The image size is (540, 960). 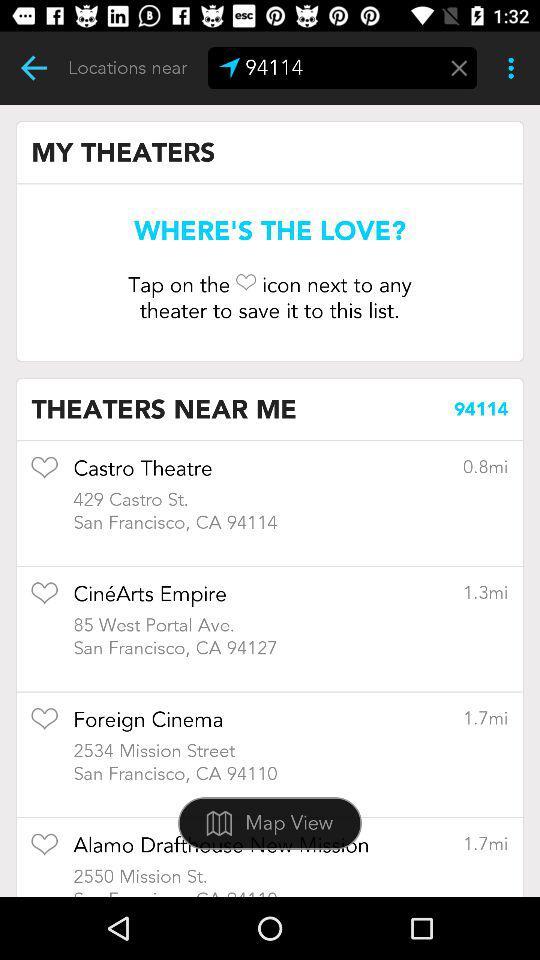 What do you see at coordinates (44, 474) in the screenshot?
I see `castro theatre to favorites` at bounding box center [44, 474].